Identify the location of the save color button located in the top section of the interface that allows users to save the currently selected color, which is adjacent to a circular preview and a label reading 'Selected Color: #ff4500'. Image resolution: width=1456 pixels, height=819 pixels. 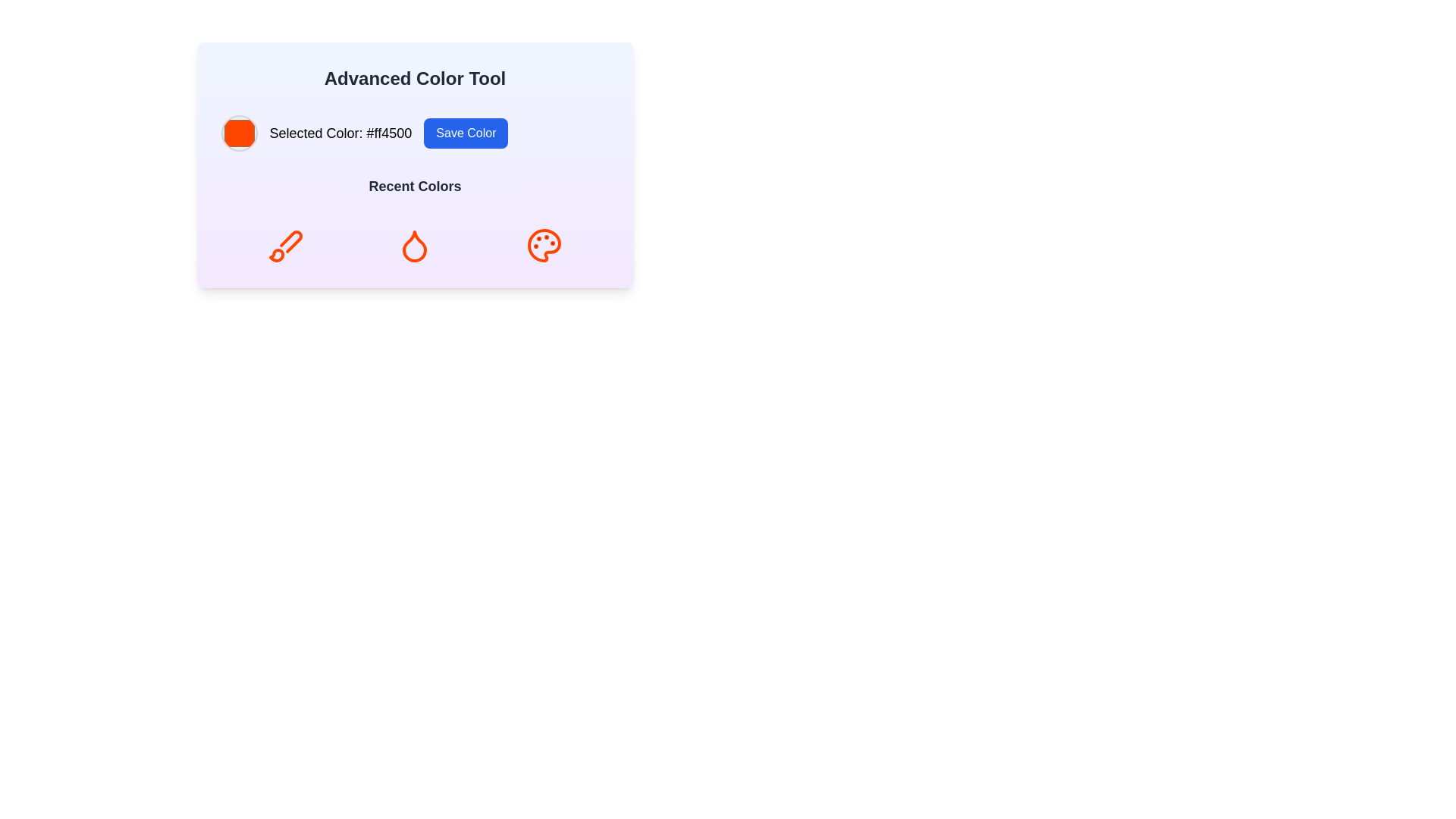
(465, 133).